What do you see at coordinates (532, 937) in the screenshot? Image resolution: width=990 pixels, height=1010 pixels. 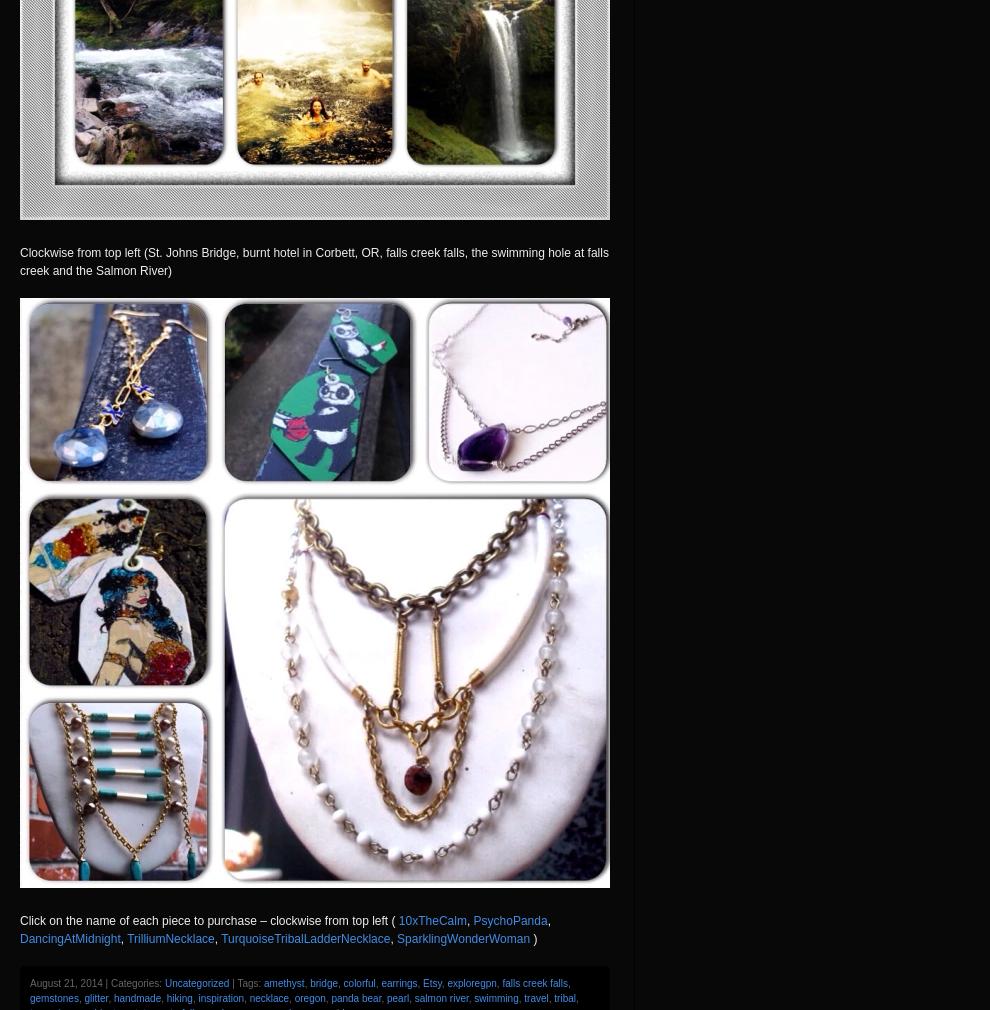 I see `')'` at bounding box center [532, 937].